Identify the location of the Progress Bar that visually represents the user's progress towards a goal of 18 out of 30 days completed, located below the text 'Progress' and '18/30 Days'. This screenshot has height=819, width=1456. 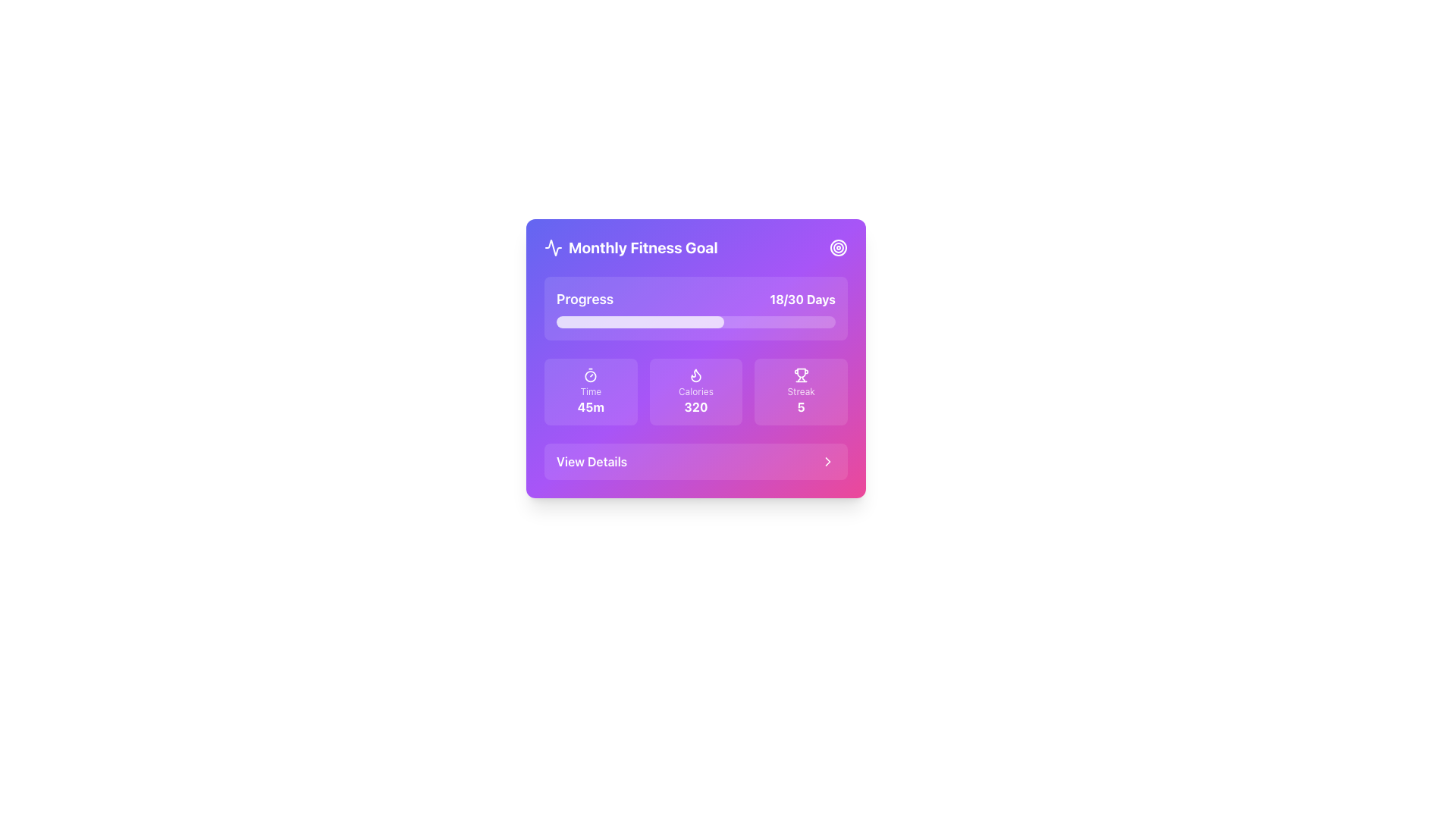
(695, 321).